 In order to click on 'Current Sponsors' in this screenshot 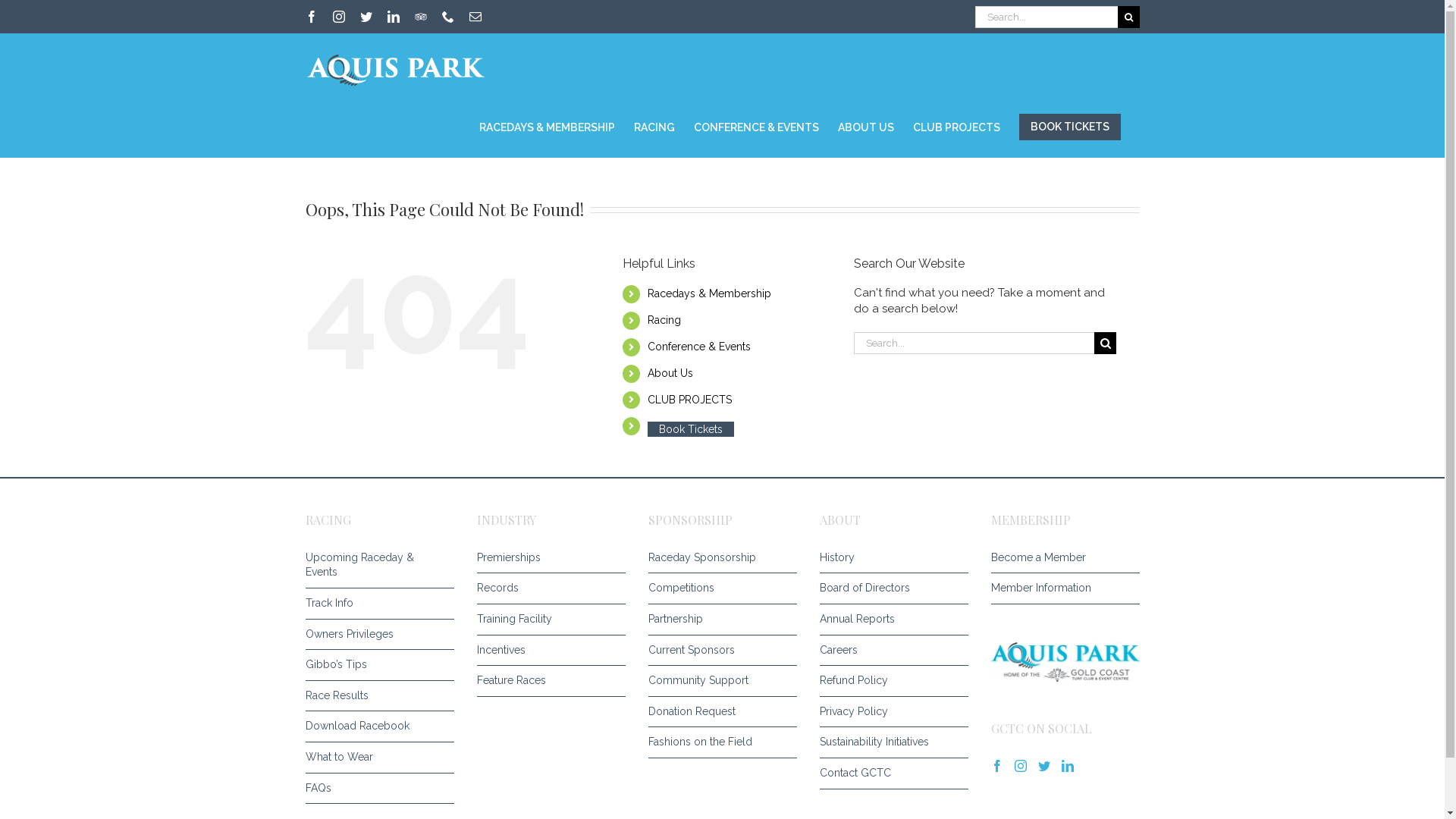, I will do `click(717, 649)`.